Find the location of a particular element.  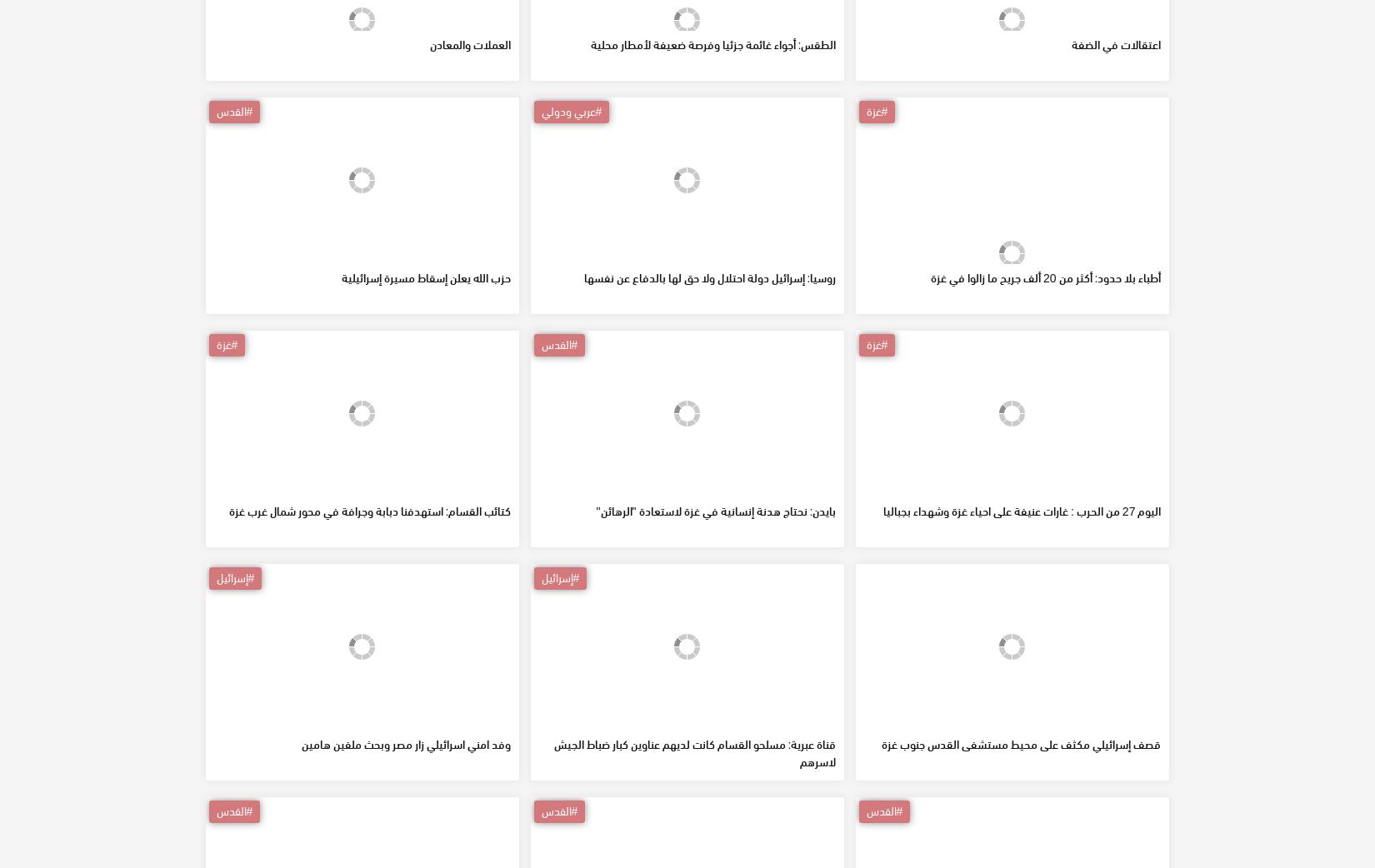

'روسيا: إسرائيل دولة احتلال ولا حق لها بالدفاع عن نفسها' is located at coordinates (709, 397).